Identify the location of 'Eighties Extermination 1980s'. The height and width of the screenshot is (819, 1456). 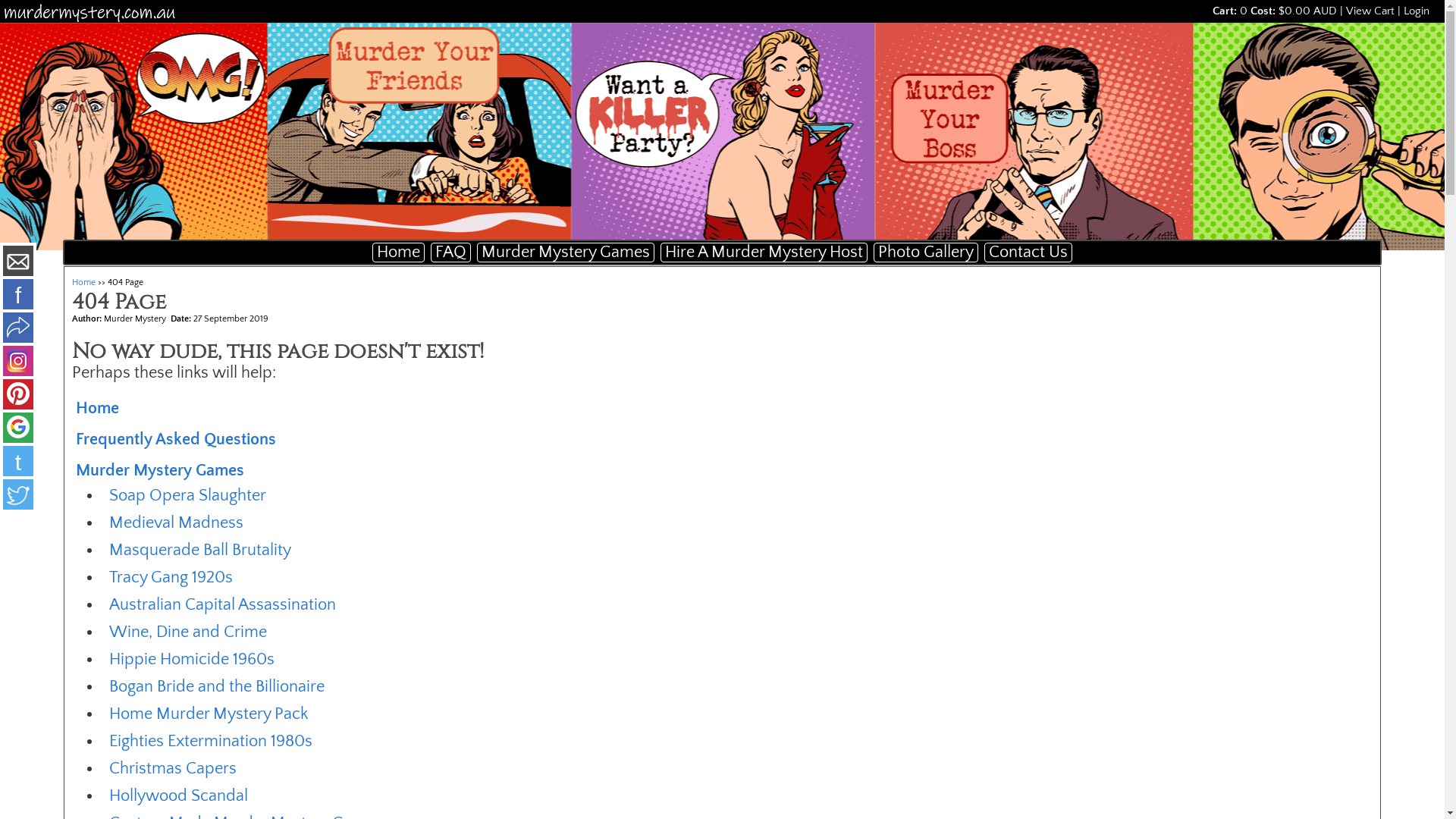
(210, 740).